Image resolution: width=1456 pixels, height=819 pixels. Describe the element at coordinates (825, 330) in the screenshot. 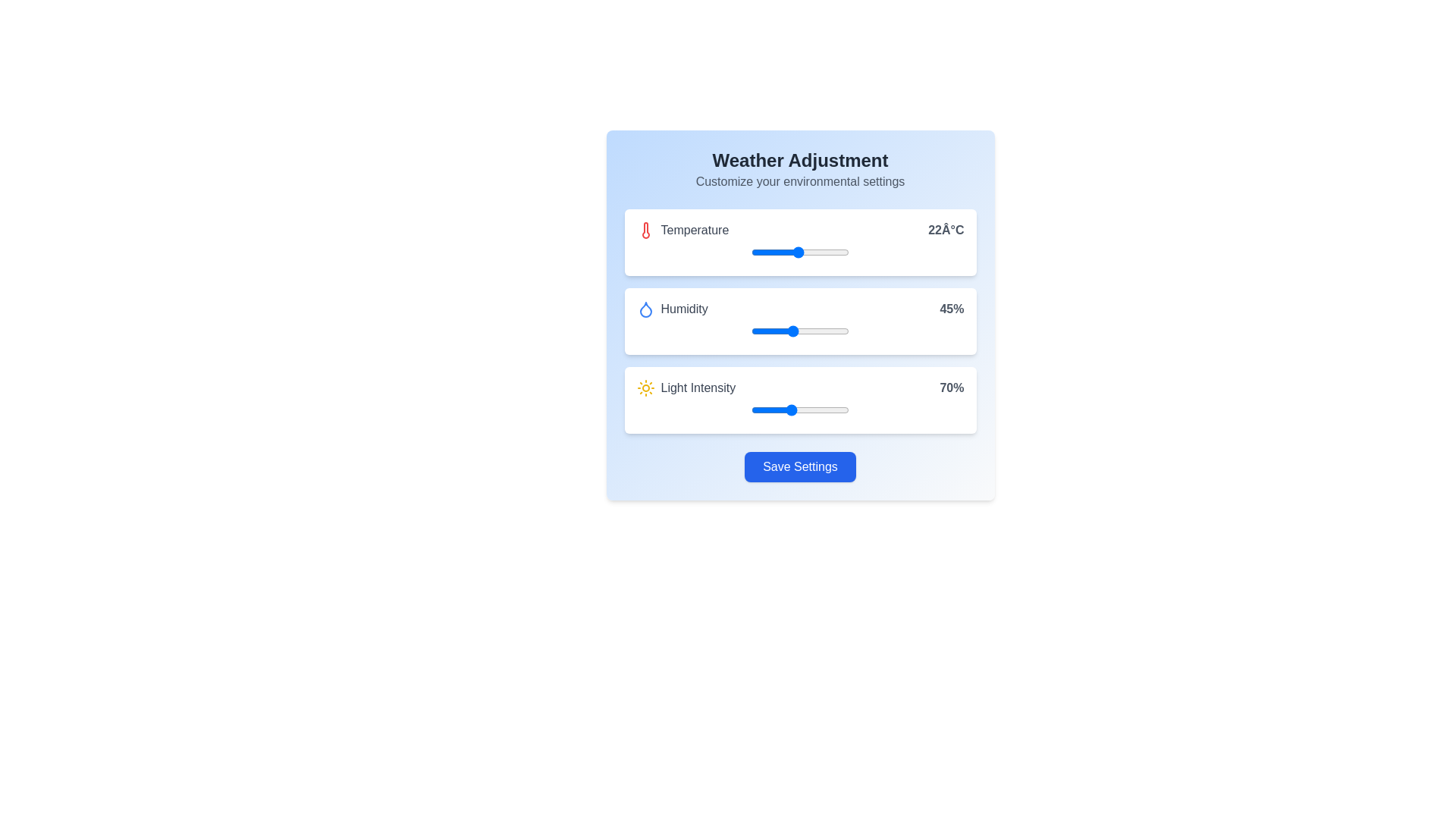

I see `the humidity` at that location.